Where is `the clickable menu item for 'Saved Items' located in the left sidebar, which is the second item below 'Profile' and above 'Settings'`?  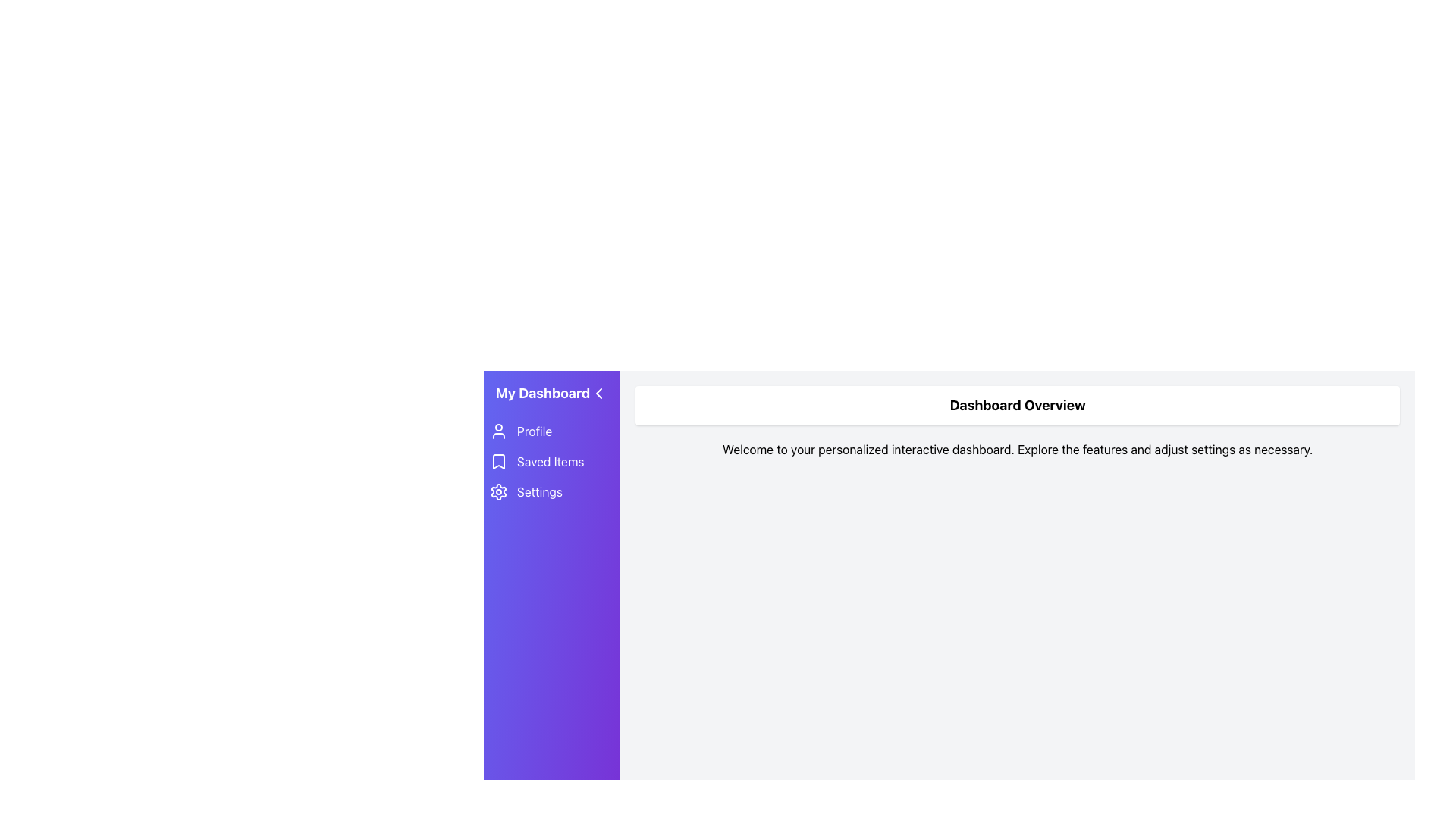
the clickable menu item for 'Saved Items' located in the left sidebar, which is the second item below 'Profile' and above 'Settings' is located at coordinates (551, 461).